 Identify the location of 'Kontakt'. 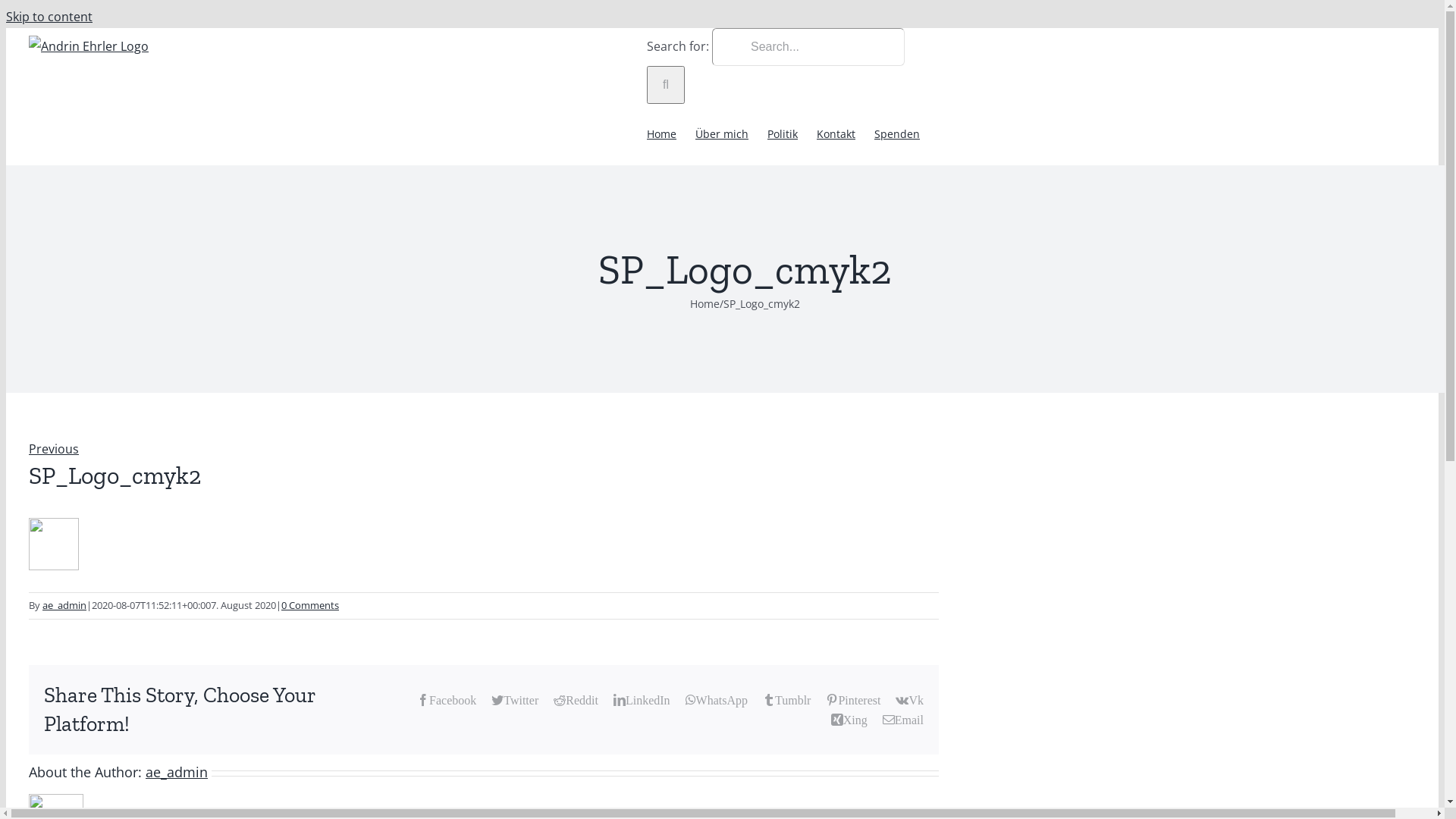
(835, 133).